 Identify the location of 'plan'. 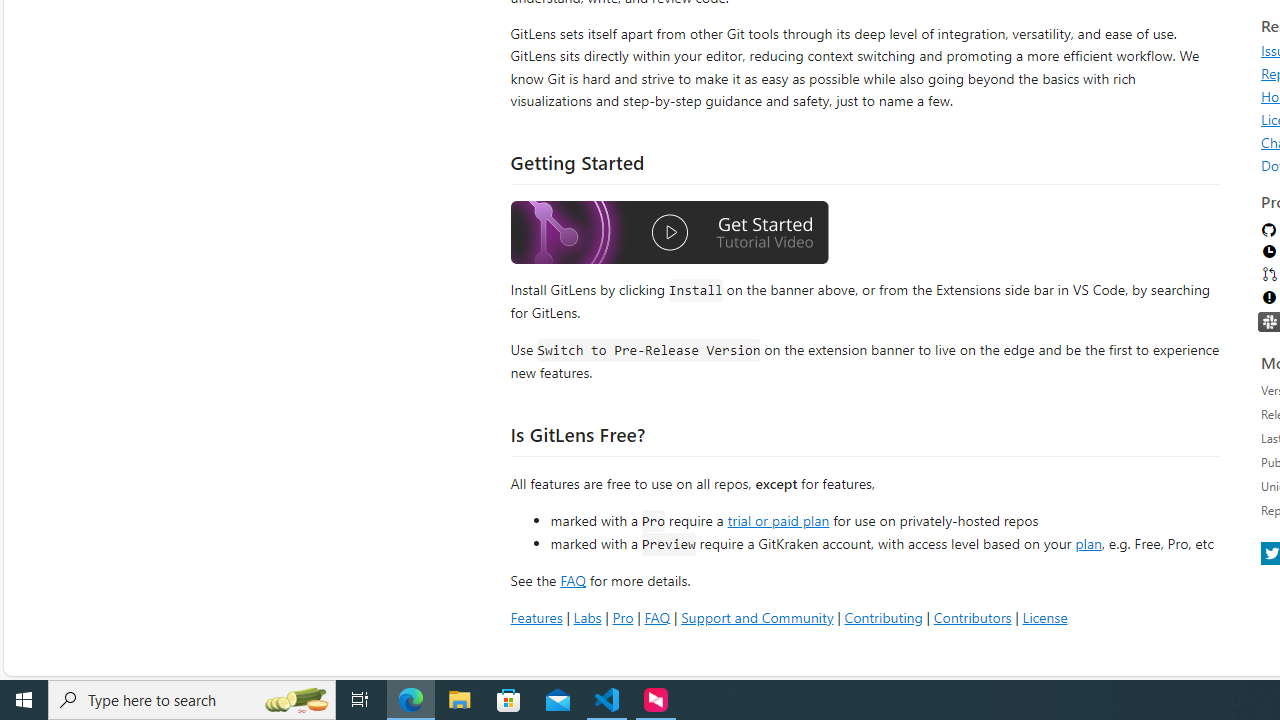
(1087, 543).